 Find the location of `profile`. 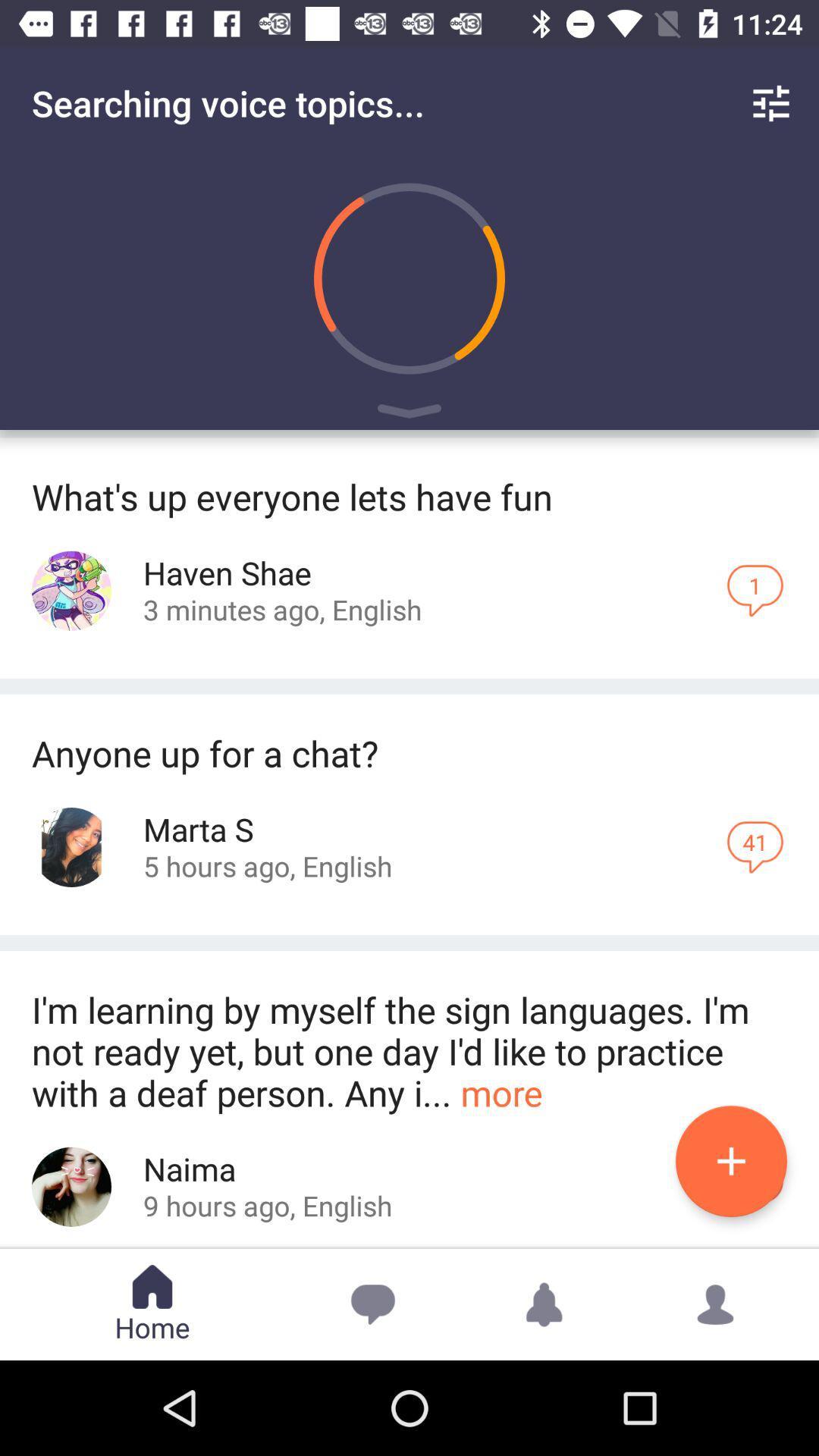

profile is located at coordinates (71, 1186).